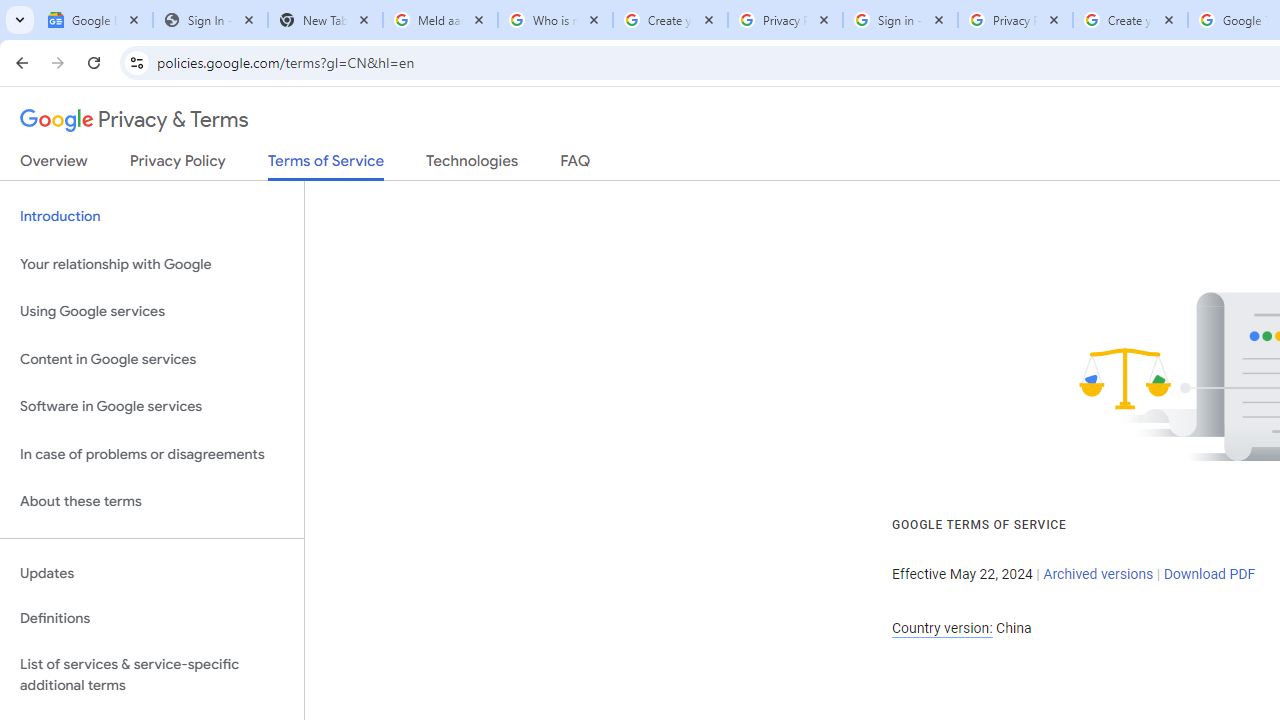  Describe the element at coordinates (325, 20) in the screenshot. I see `'New Tab'` at that location.